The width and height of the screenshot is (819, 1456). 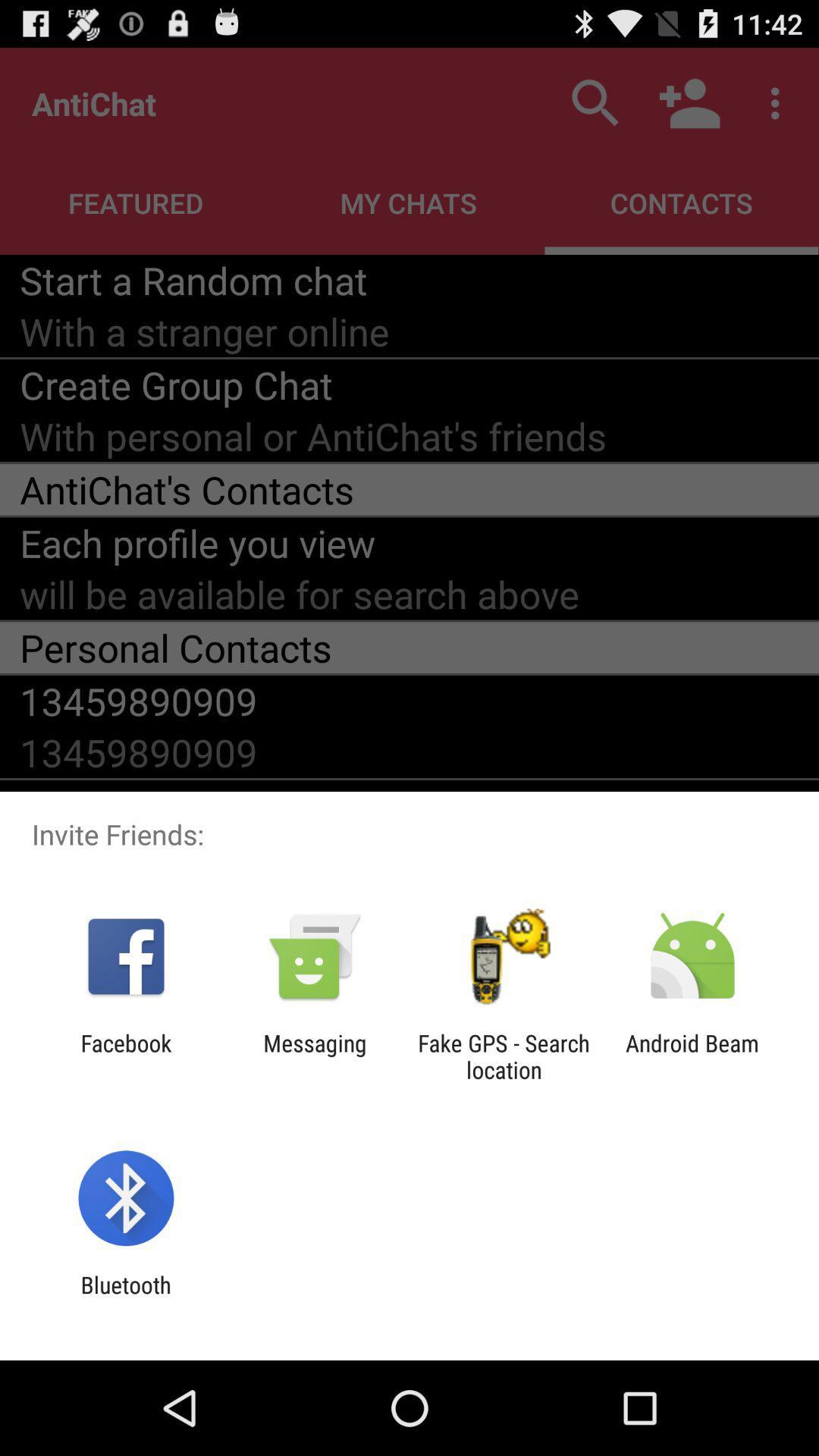 I want to click on icon to the left of the messaging item, so click(x=125, y=1056).